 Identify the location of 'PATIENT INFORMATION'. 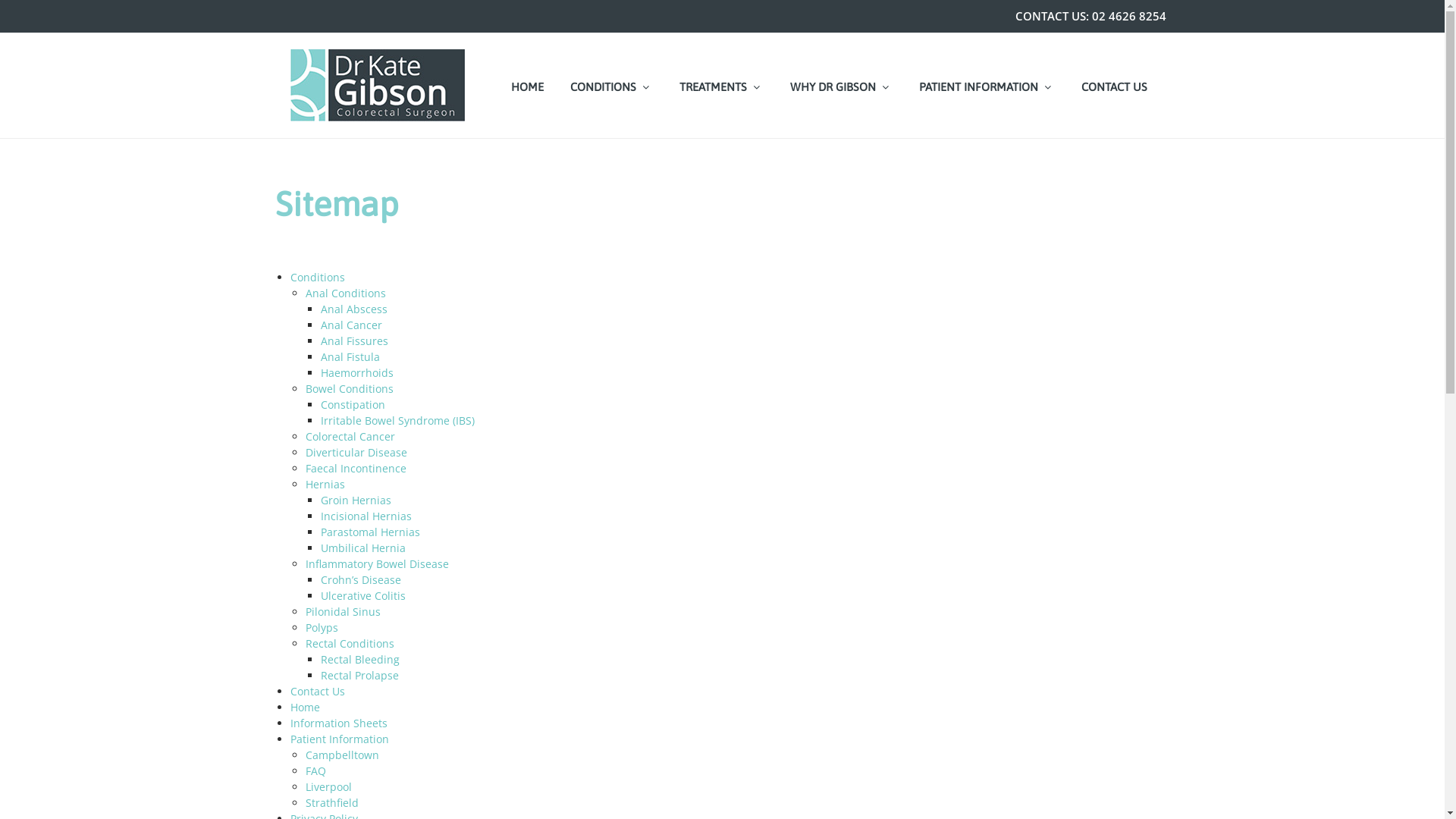
(910, 85).